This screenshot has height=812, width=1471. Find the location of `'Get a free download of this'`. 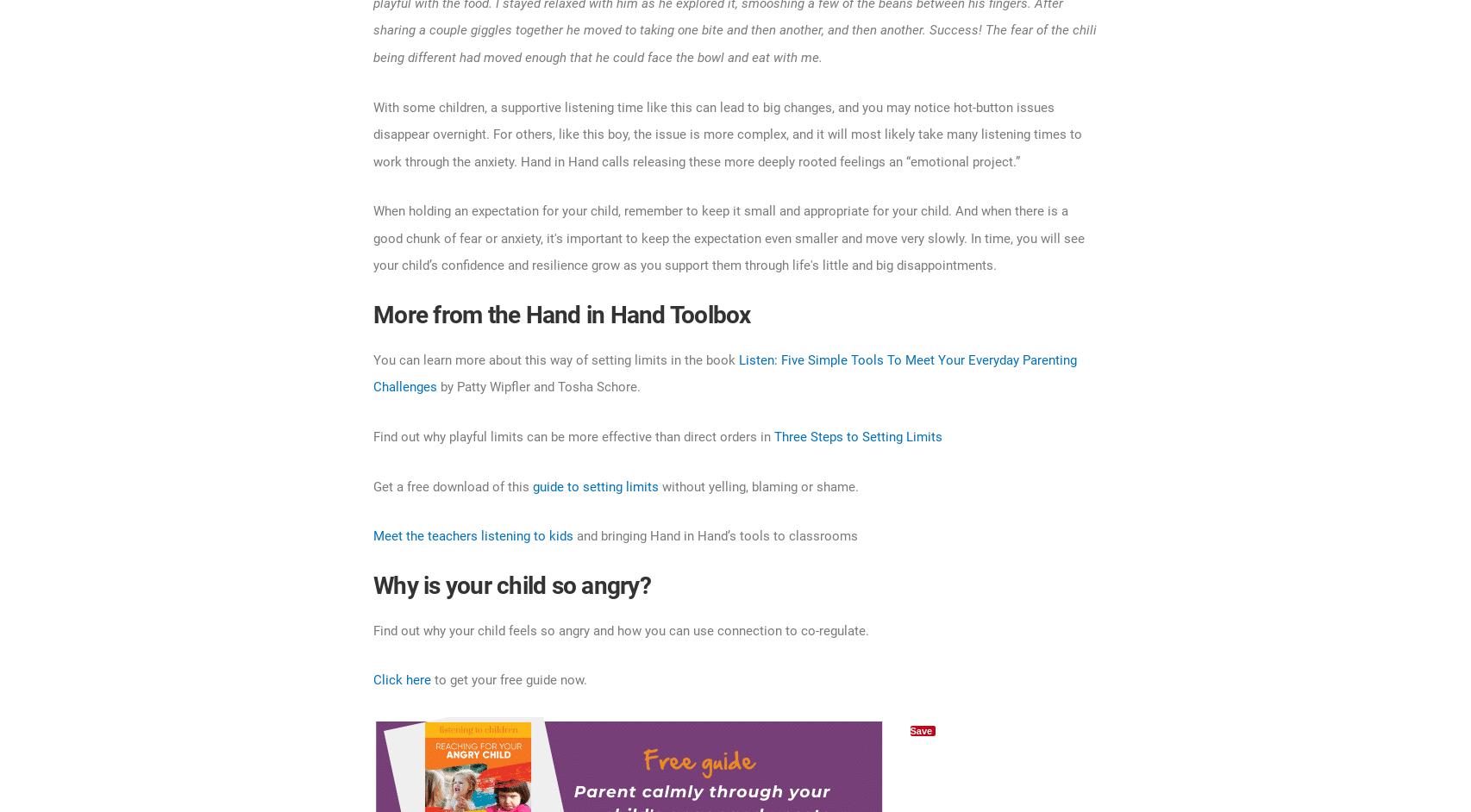

'Get a free download of this' is located at coordinates (372, 484).